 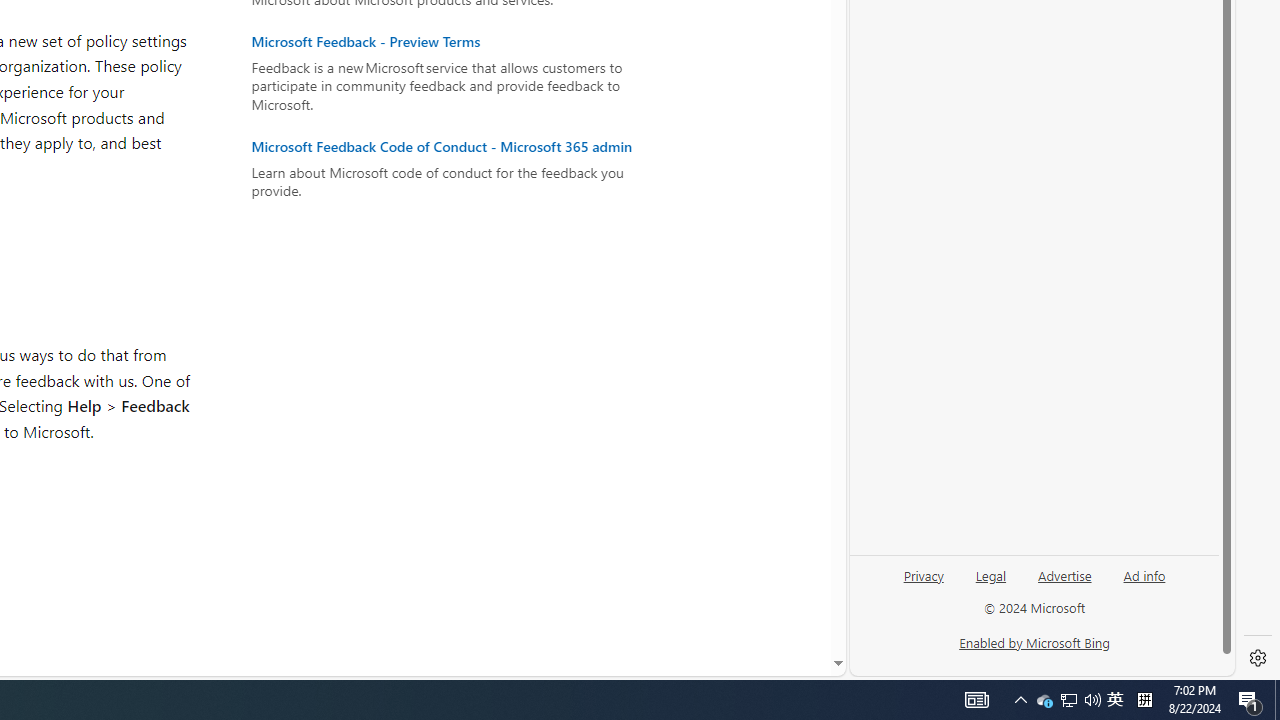 I want to click on 'Privacy', so click(x=922, y=574).